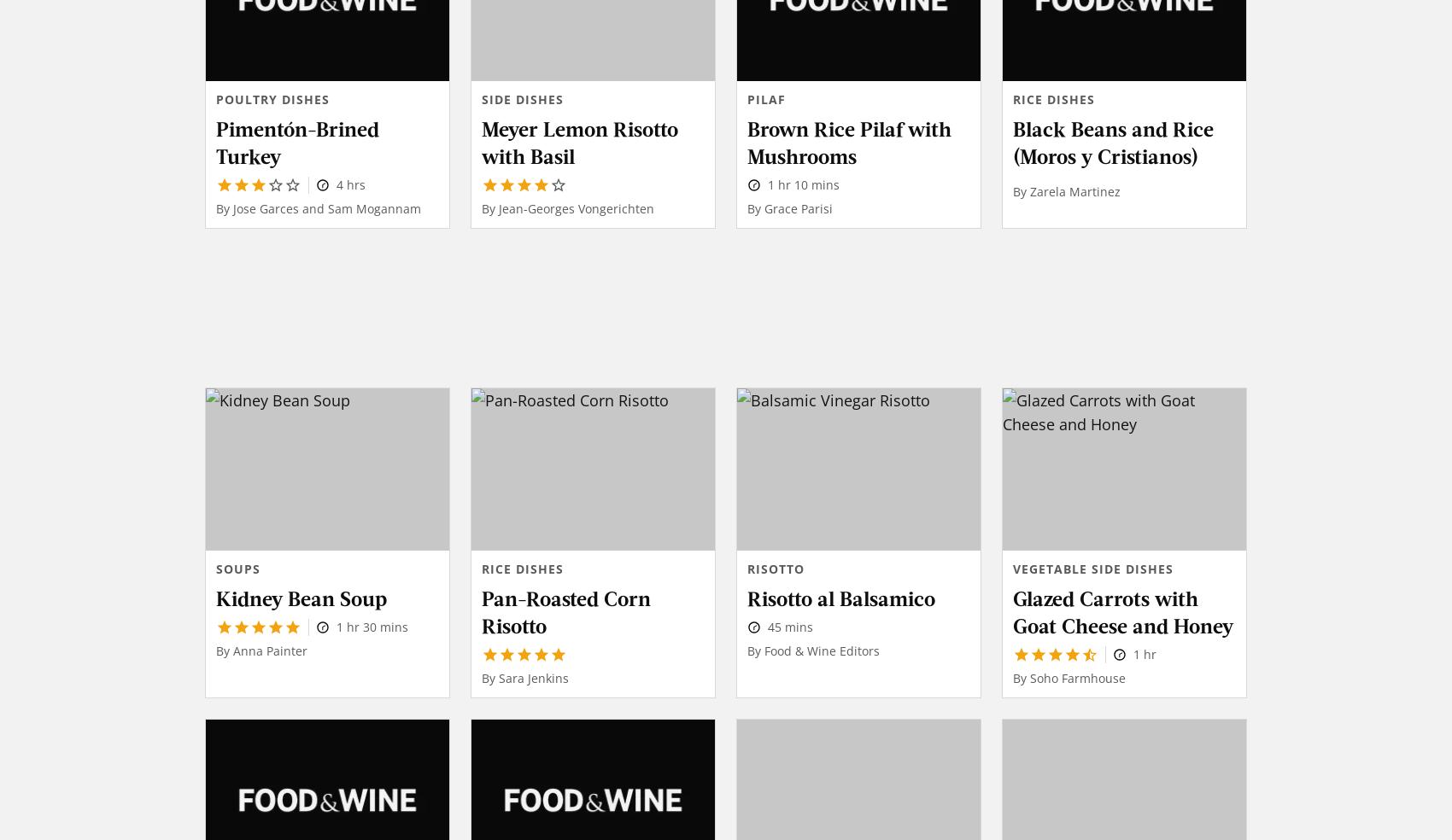  Describe the element at coordinates (481, 141) in the screenshot. I see `'Meyer Lemon Risotto with Basil'` at that location.